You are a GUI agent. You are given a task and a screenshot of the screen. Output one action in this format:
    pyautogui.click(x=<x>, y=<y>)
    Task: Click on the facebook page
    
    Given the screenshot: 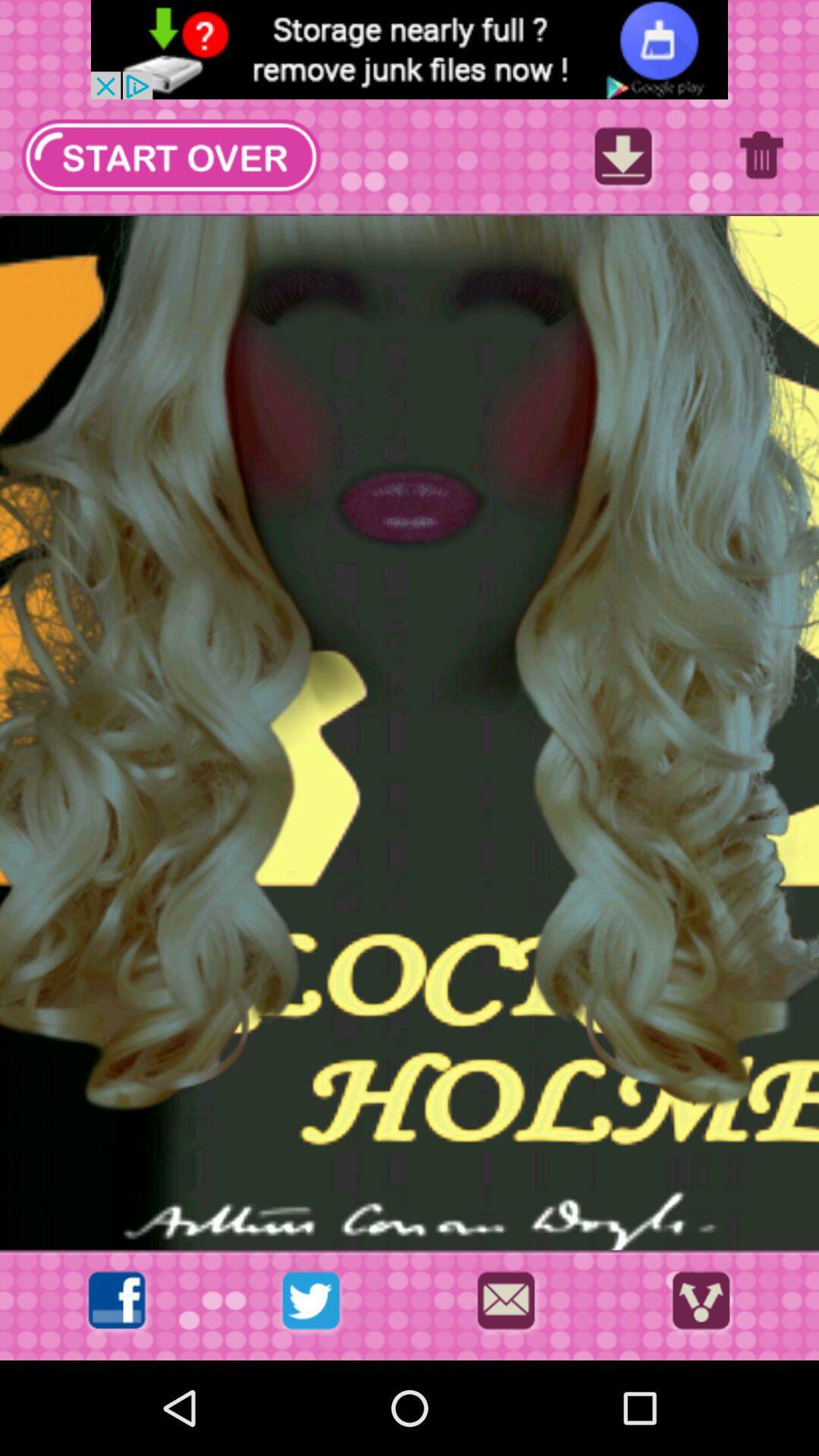 What is the action you would take?
    pyautogui.click(x=115, y=1304)
    